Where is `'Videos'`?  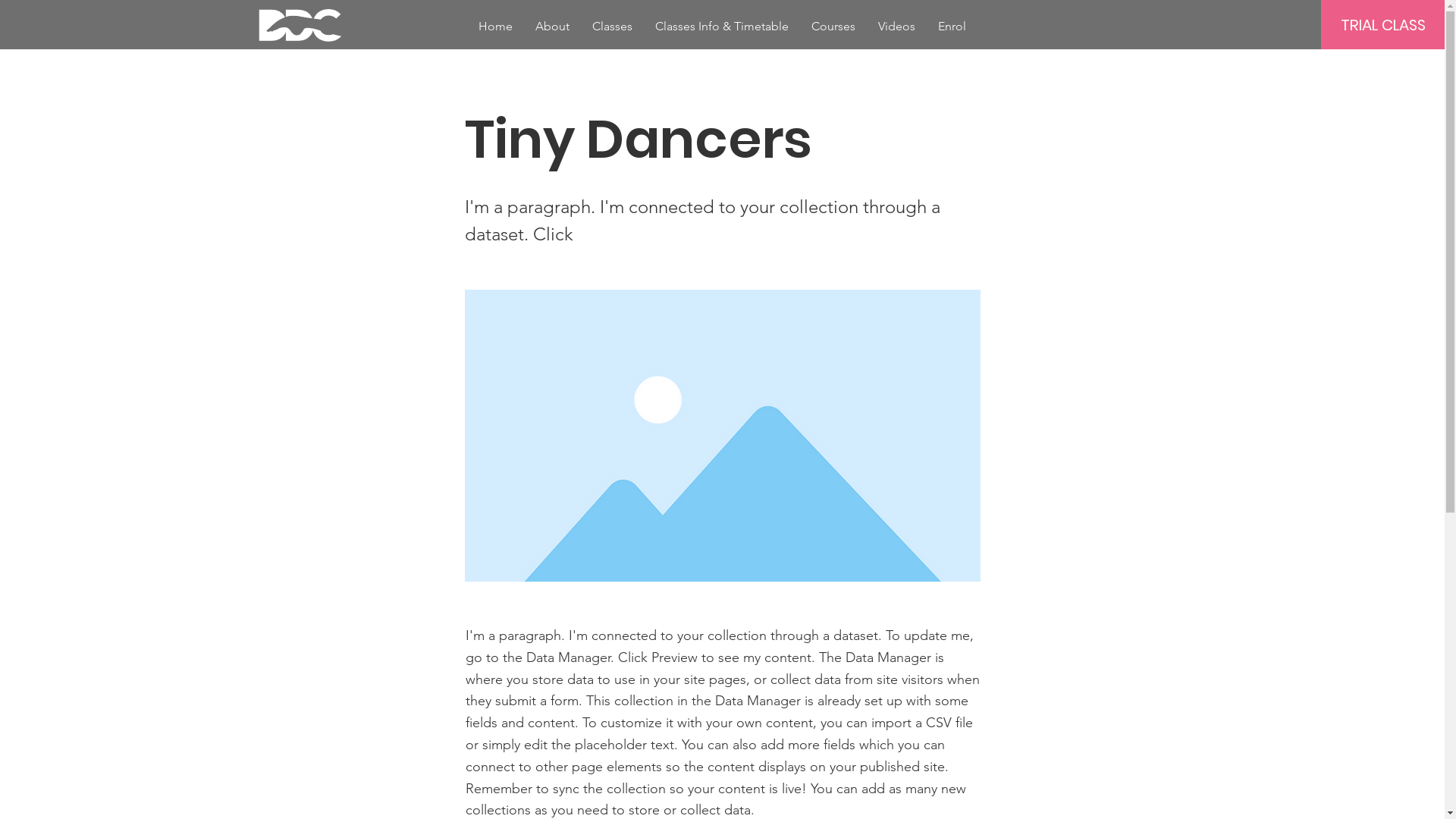 'Videos' is located at coordinates (896, 26).